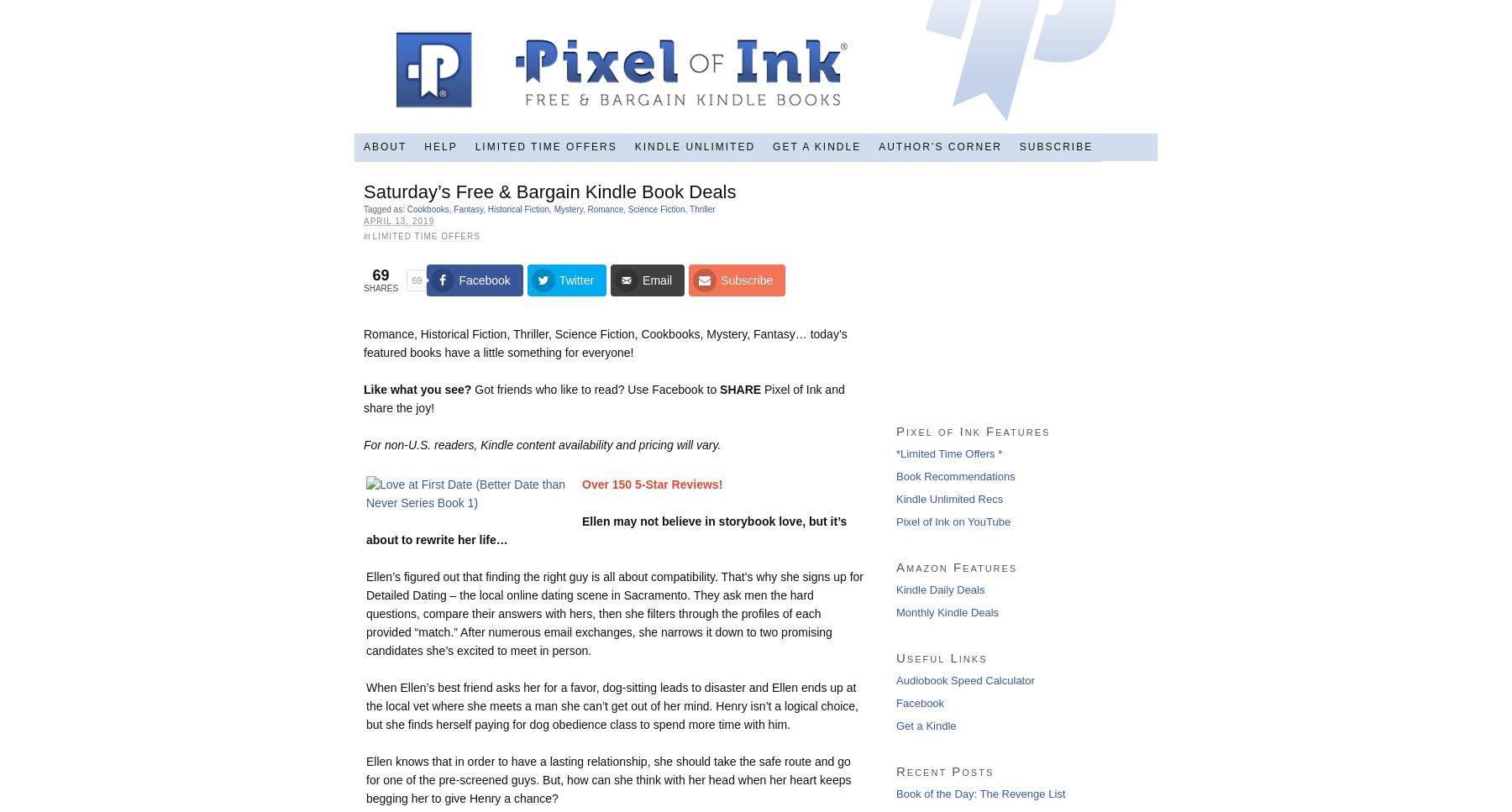  I want to click on 'Book of the Day: The Revenge List', so click(896, 792).